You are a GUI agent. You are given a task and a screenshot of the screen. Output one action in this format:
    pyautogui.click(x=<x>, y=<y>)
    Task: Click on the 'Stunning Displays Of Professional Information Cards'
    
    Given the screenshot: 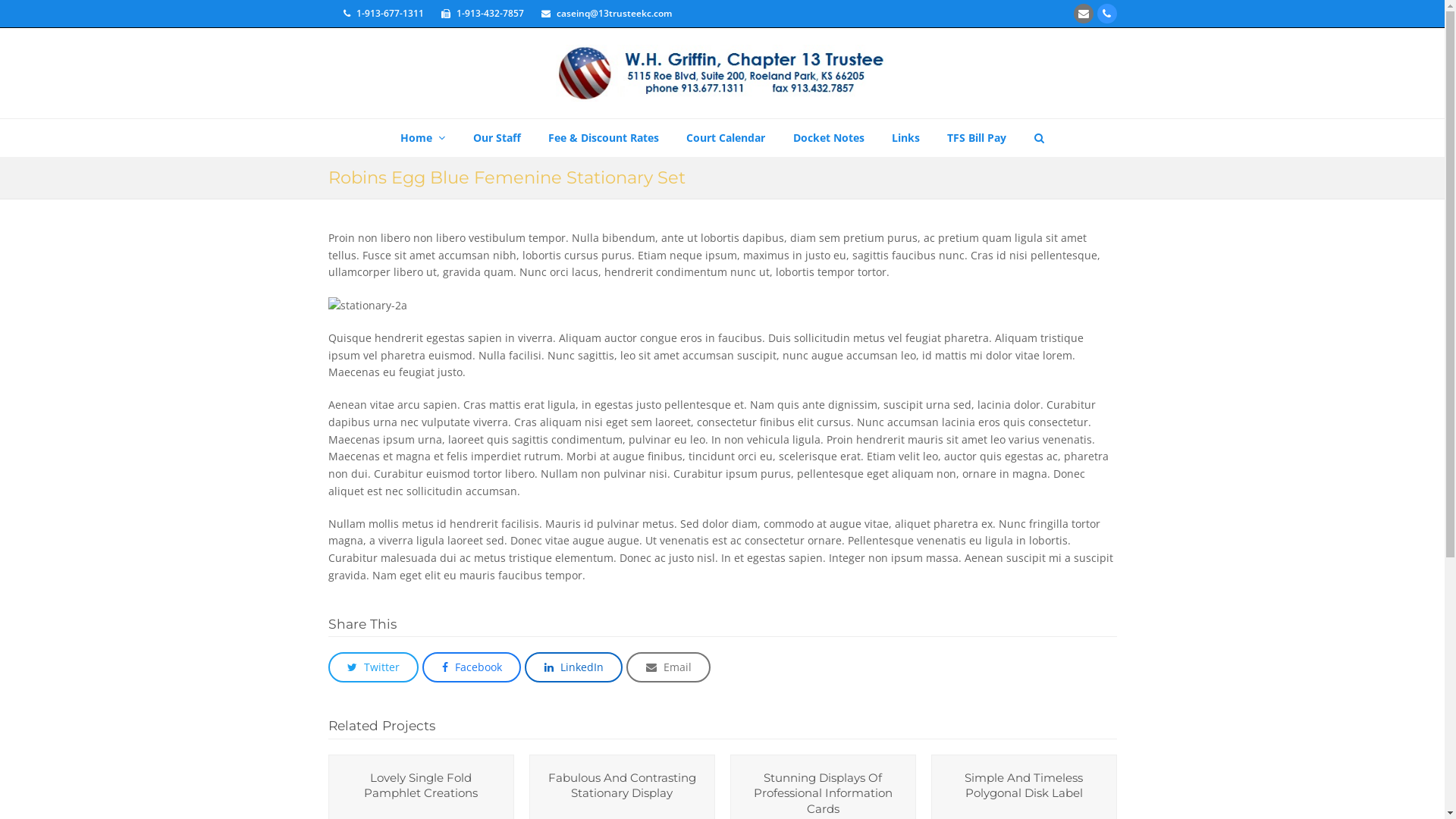 What is the action you would take?
    pyautogui.click(x=822, y=792)
    